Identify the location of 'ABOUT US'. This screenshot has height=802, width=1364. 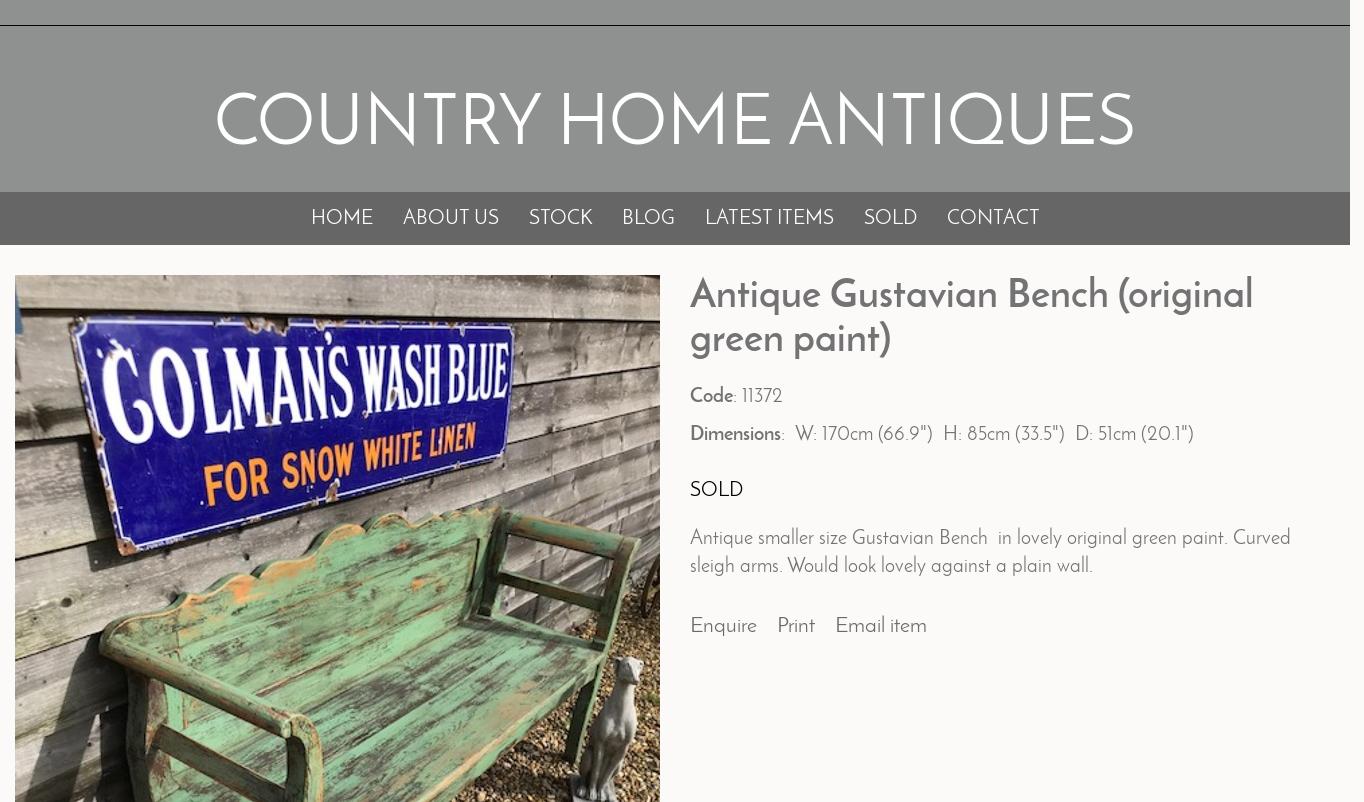
(448, 218).